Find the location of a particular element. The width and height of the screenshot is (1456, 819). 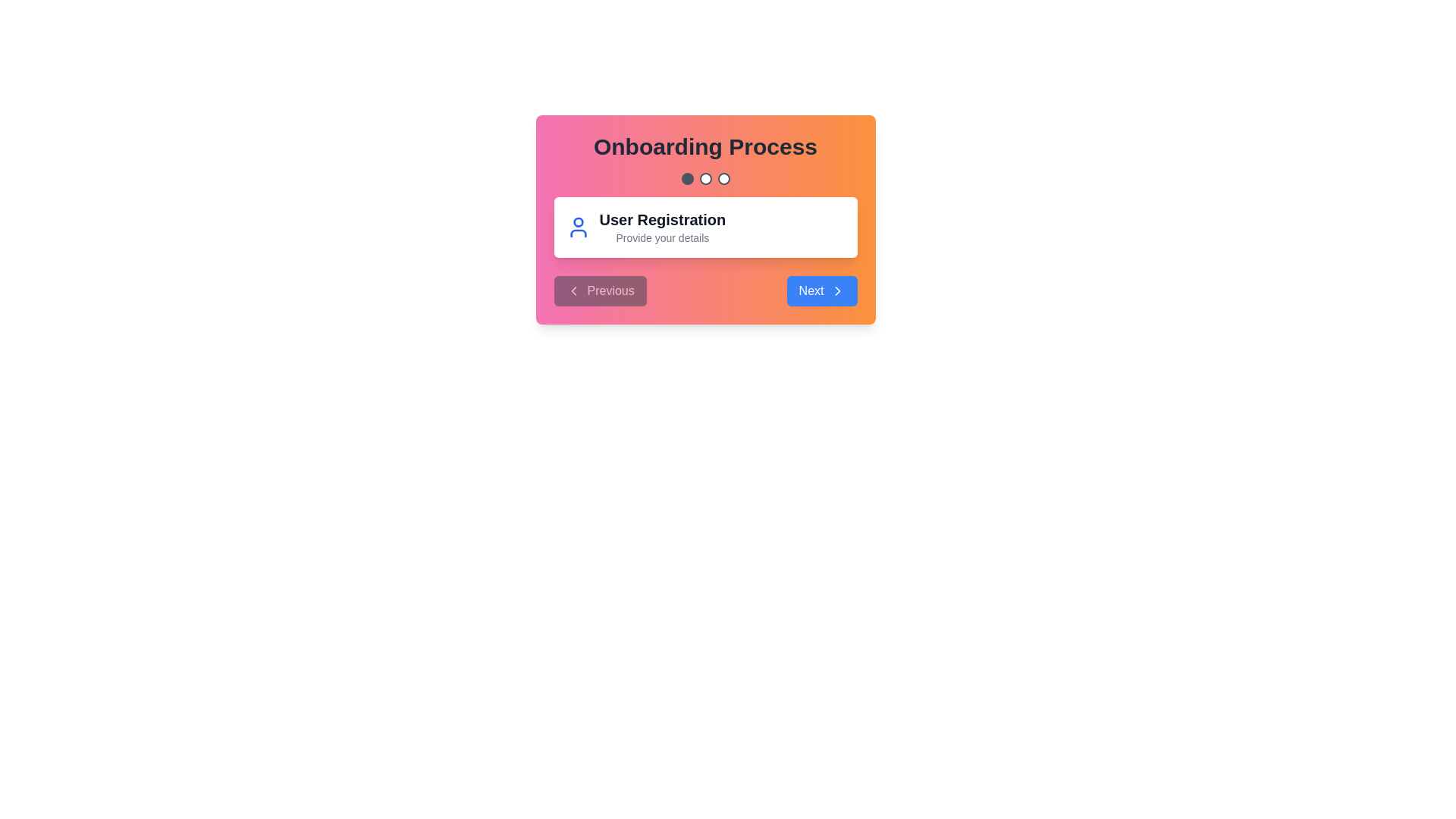

the Section Header which includes a user icon in blue and two lines of text: 'User Registration' and 'Provide your details' is located at coordinates (704, 227).